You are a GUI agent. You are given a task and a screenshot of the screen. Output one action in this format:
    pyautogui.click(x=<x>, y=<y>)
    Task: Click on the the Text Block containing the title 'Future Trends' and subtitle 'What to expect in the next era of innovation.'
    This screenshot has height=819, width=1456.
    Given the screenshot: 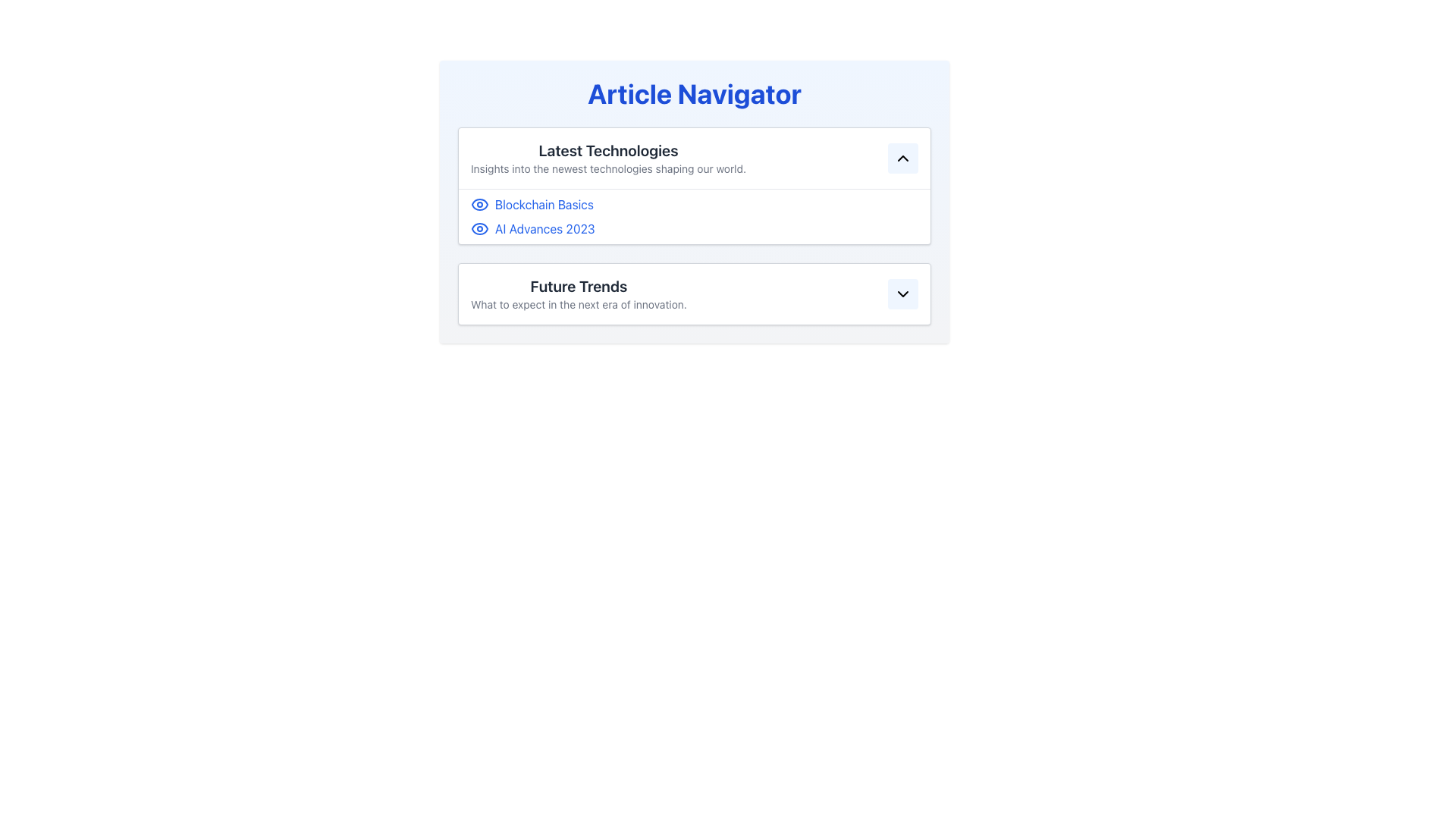 What is the action you would take?
    pyautogui.click(x=578, y=294)
    